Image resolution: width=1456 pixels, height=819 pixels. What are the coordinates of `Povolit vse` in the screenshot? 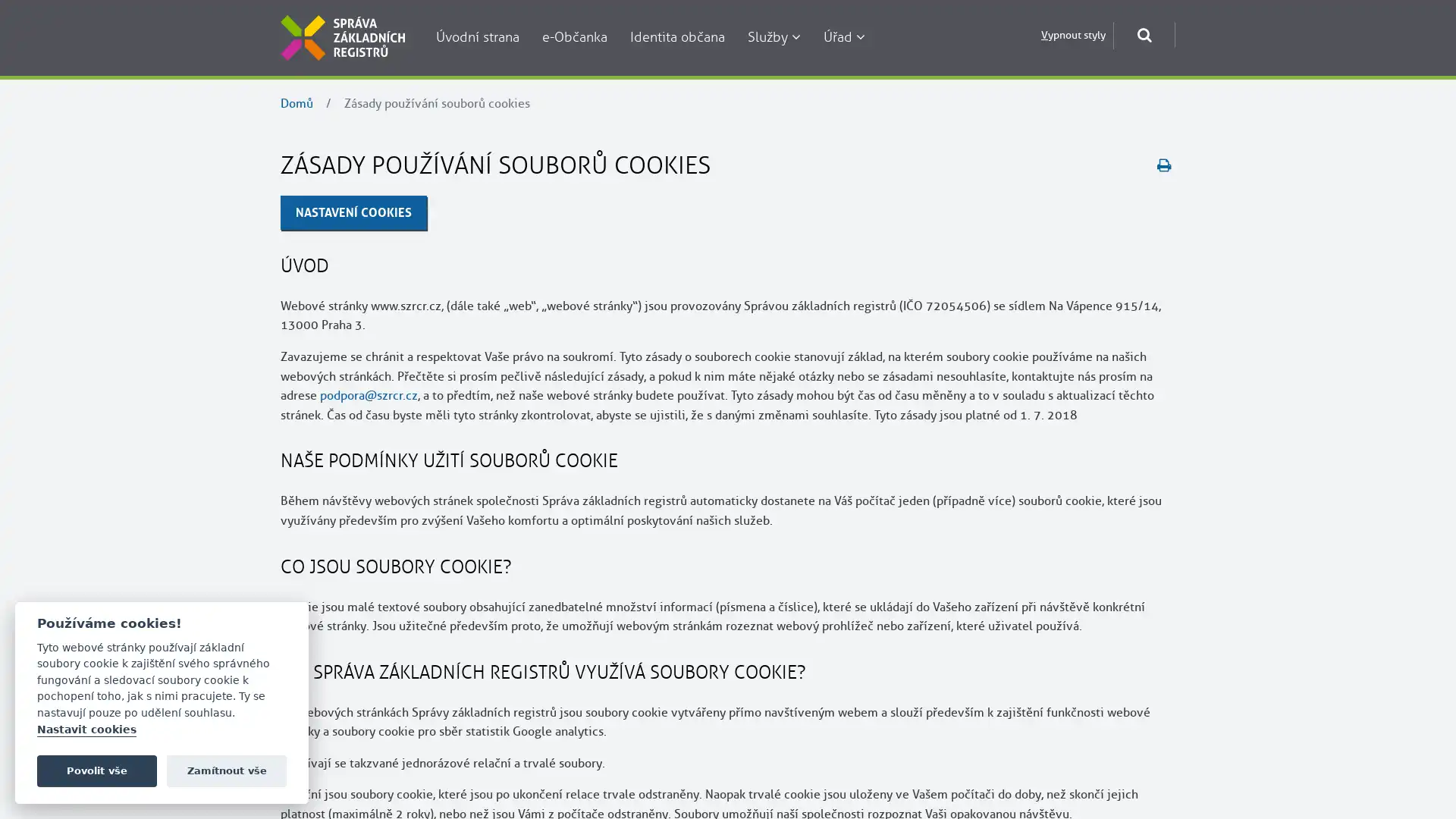 It's located at (96, 770).